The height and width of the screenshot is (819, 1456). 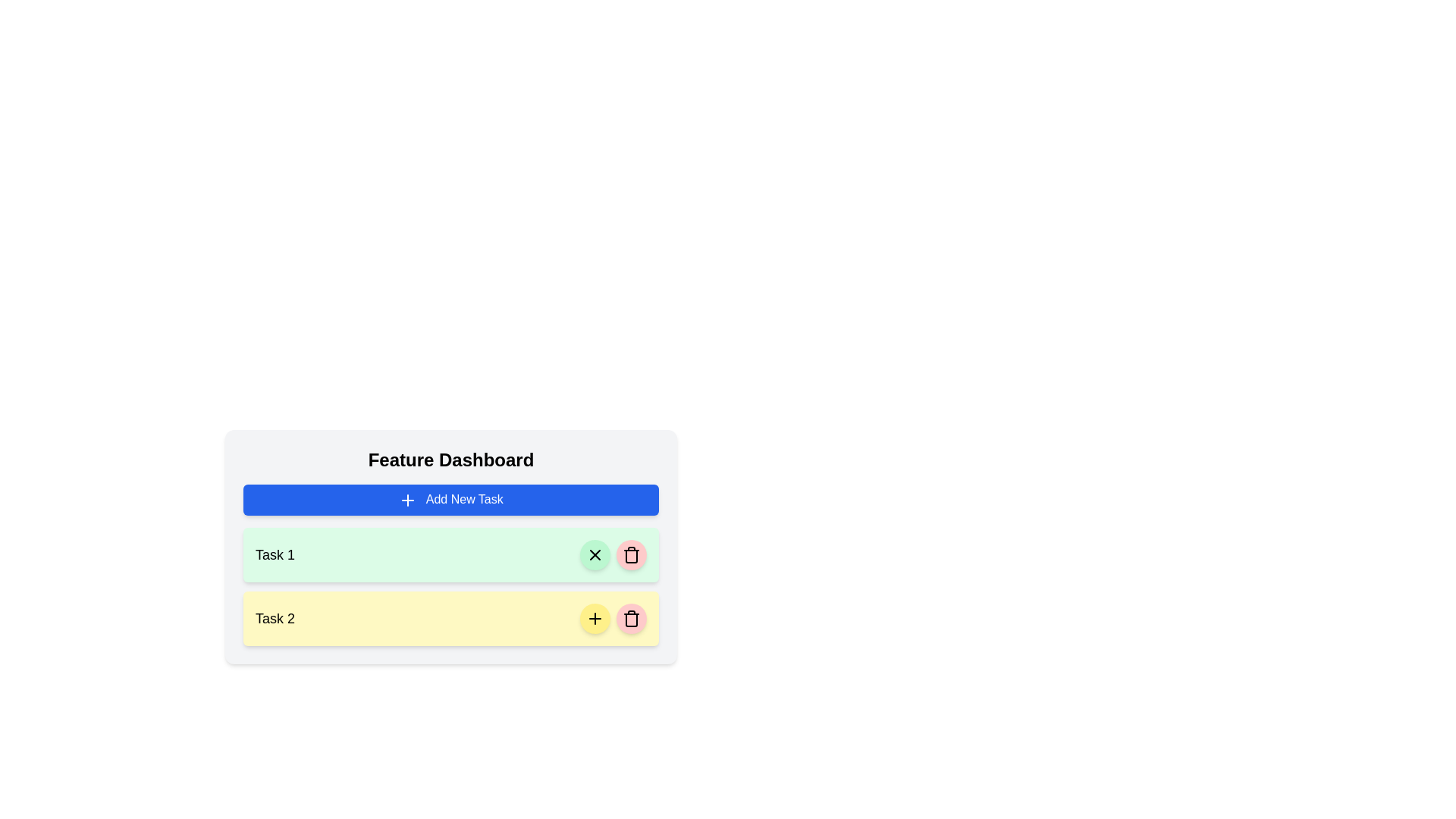 I want to click on task title displayed in the 'Task 1' text label, which is prominently styled with a green background in the task management interface, so click(x=275, y=554).